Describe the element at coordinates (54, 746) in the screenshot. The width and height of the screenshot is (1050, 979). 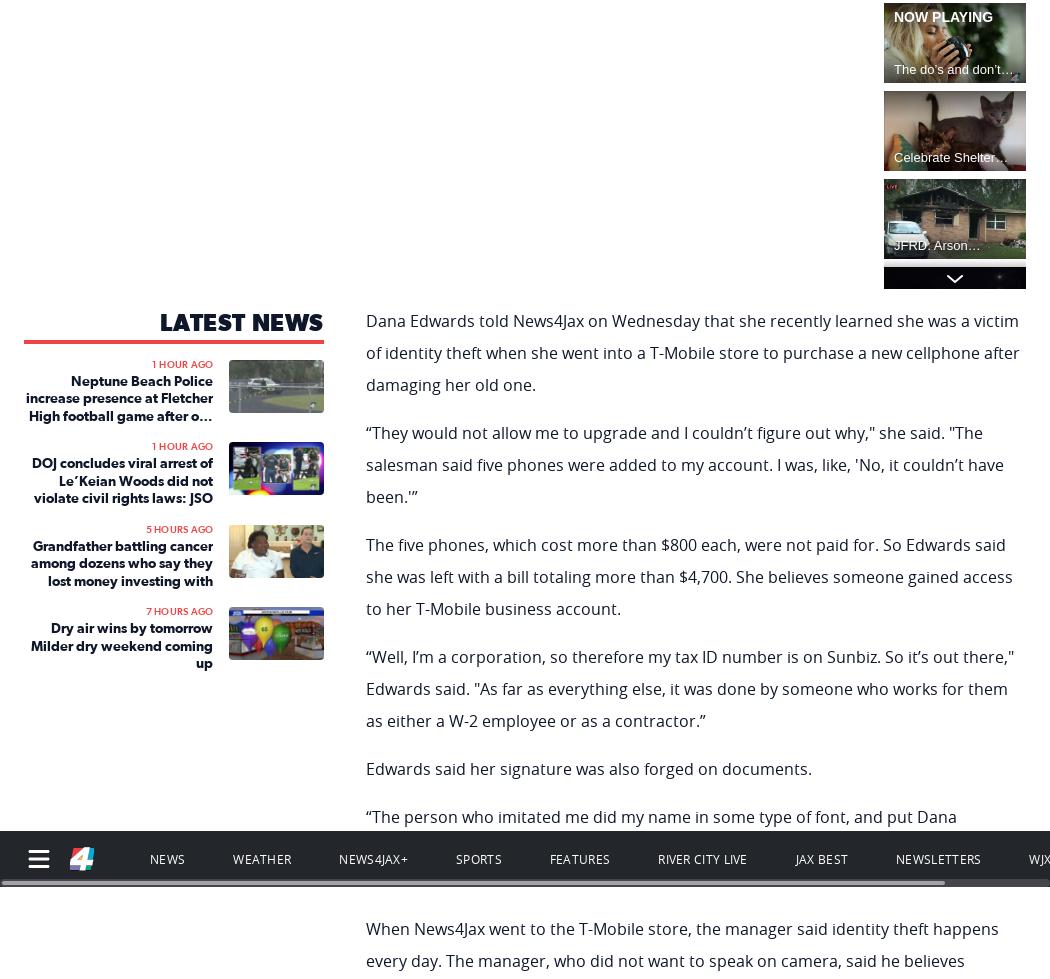
I see `'TV Listings'` at that location.